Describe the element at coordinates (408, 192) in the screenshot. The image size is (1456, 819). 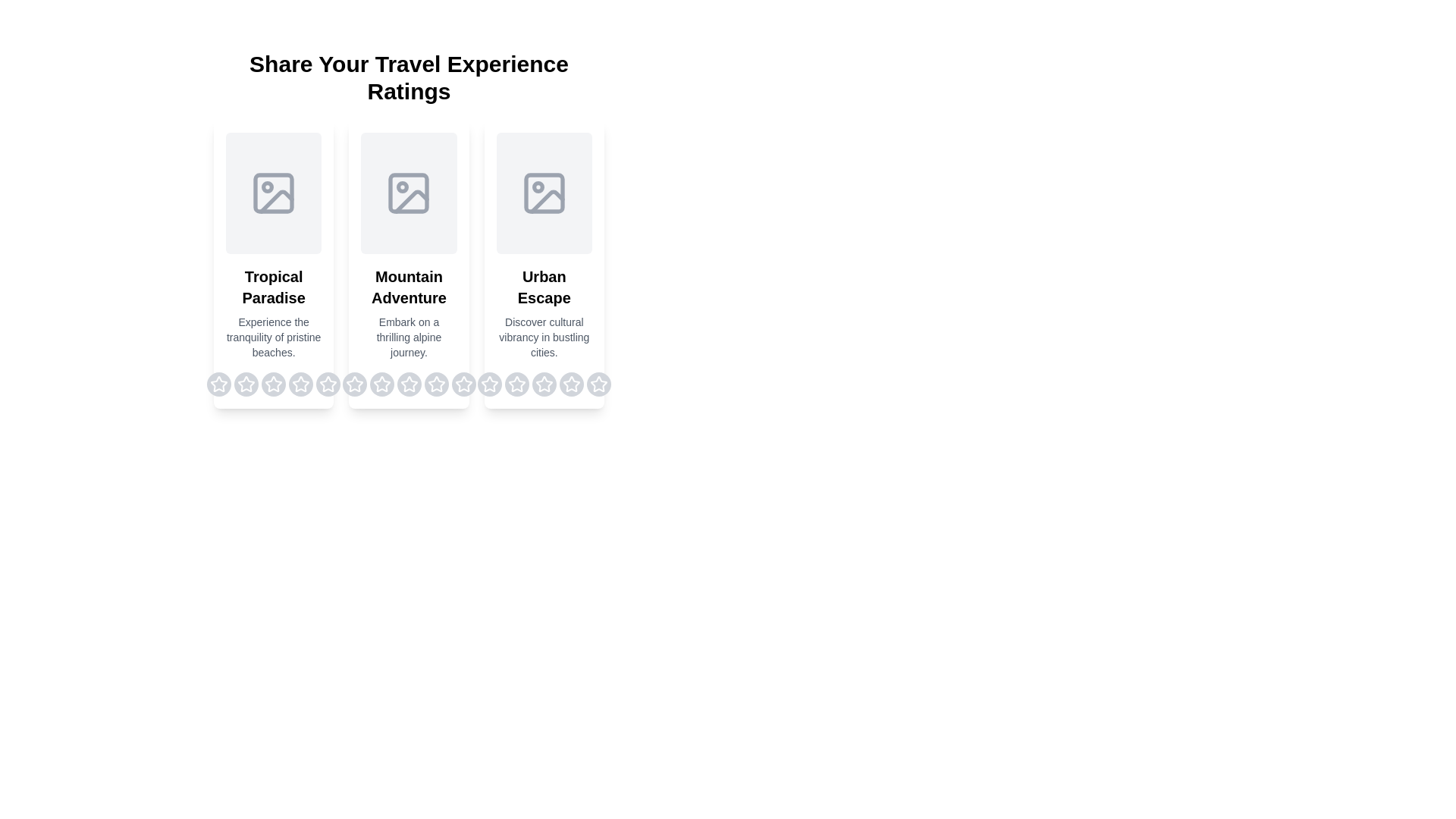
I see `the placeholder image for the destination Mountain Adventure` at that location.